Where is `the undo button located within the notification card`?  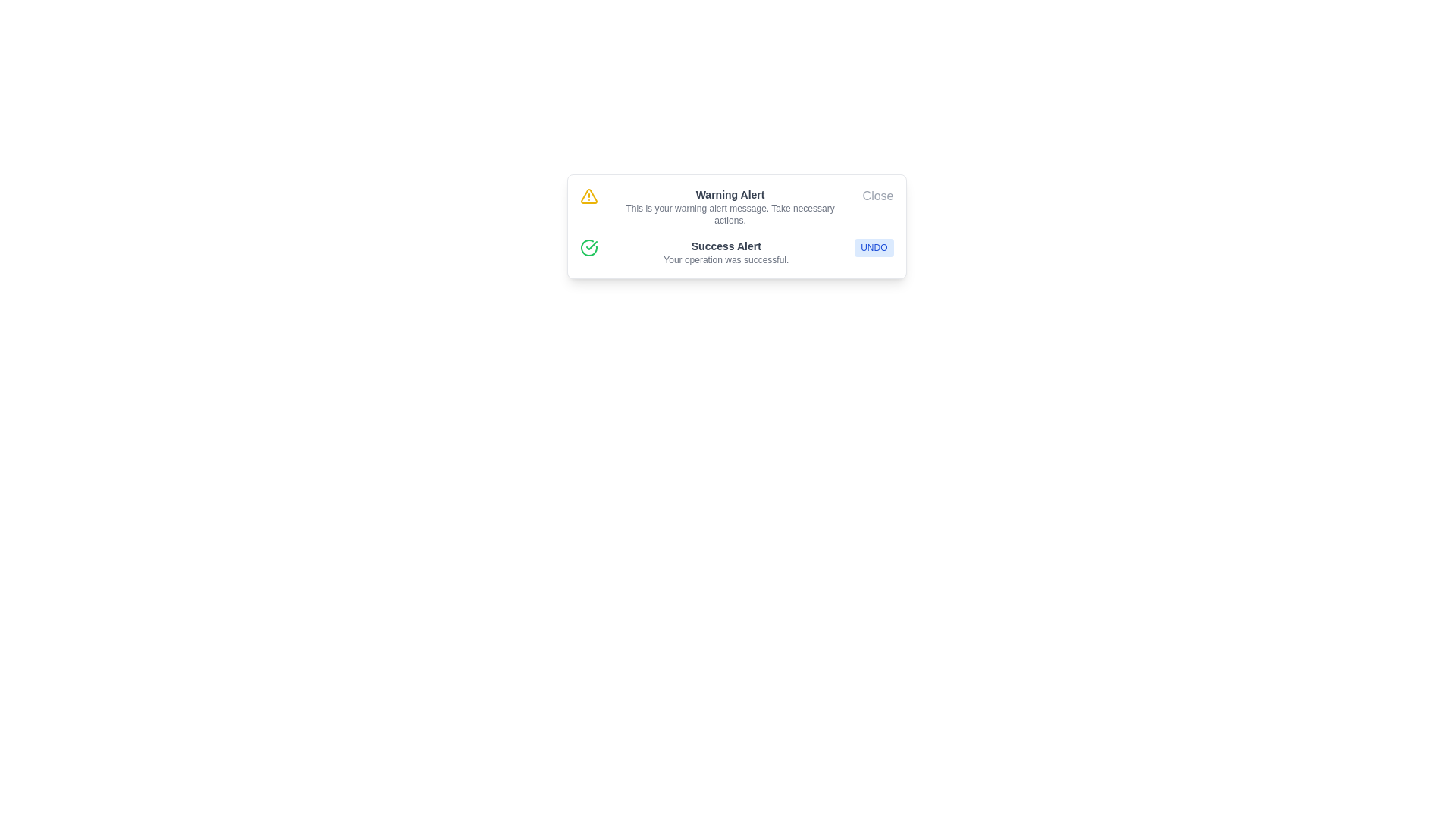
the undo button located within the notification card is located at coordinates (874, 247).